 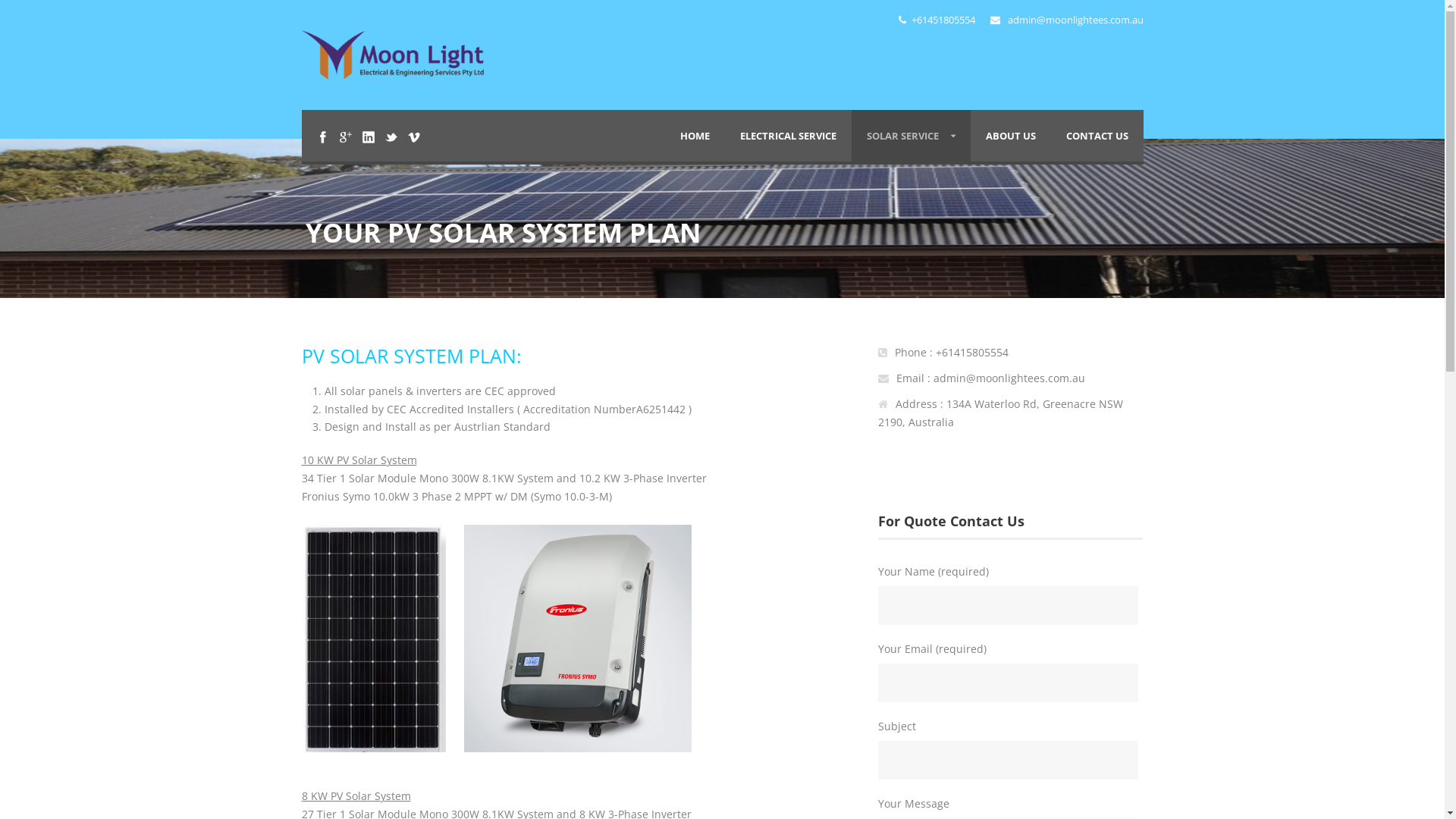 What do you see at coordinates (910, 134) in the screenshot?
I see `'SOLAR SERVICE'` at bounding box center [910, 134].